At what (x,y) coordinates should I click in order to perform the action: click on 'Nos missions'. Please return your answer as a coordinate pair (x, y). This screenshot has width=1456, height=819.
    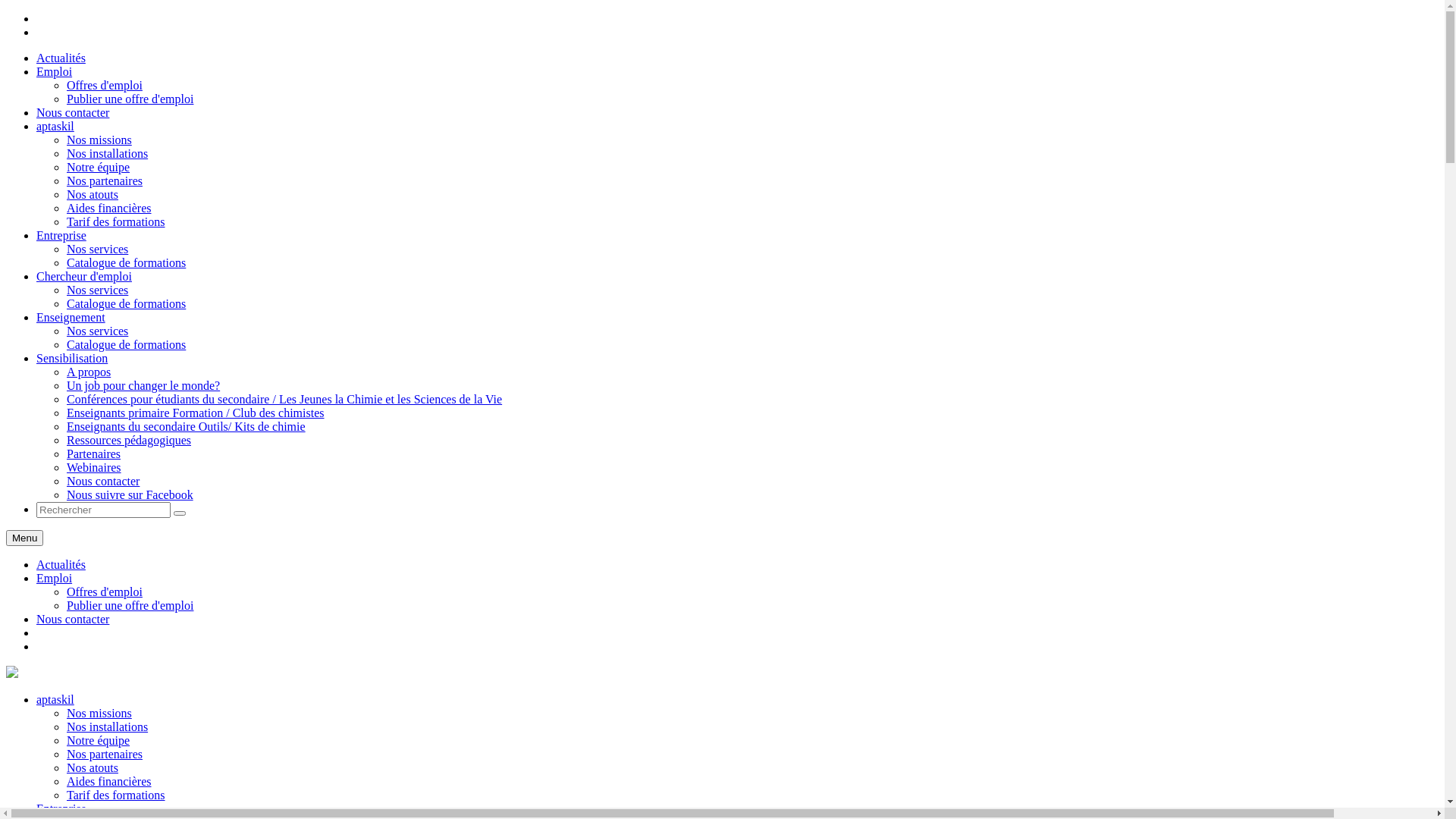
    Looking at the image, I should click on (98, 713).